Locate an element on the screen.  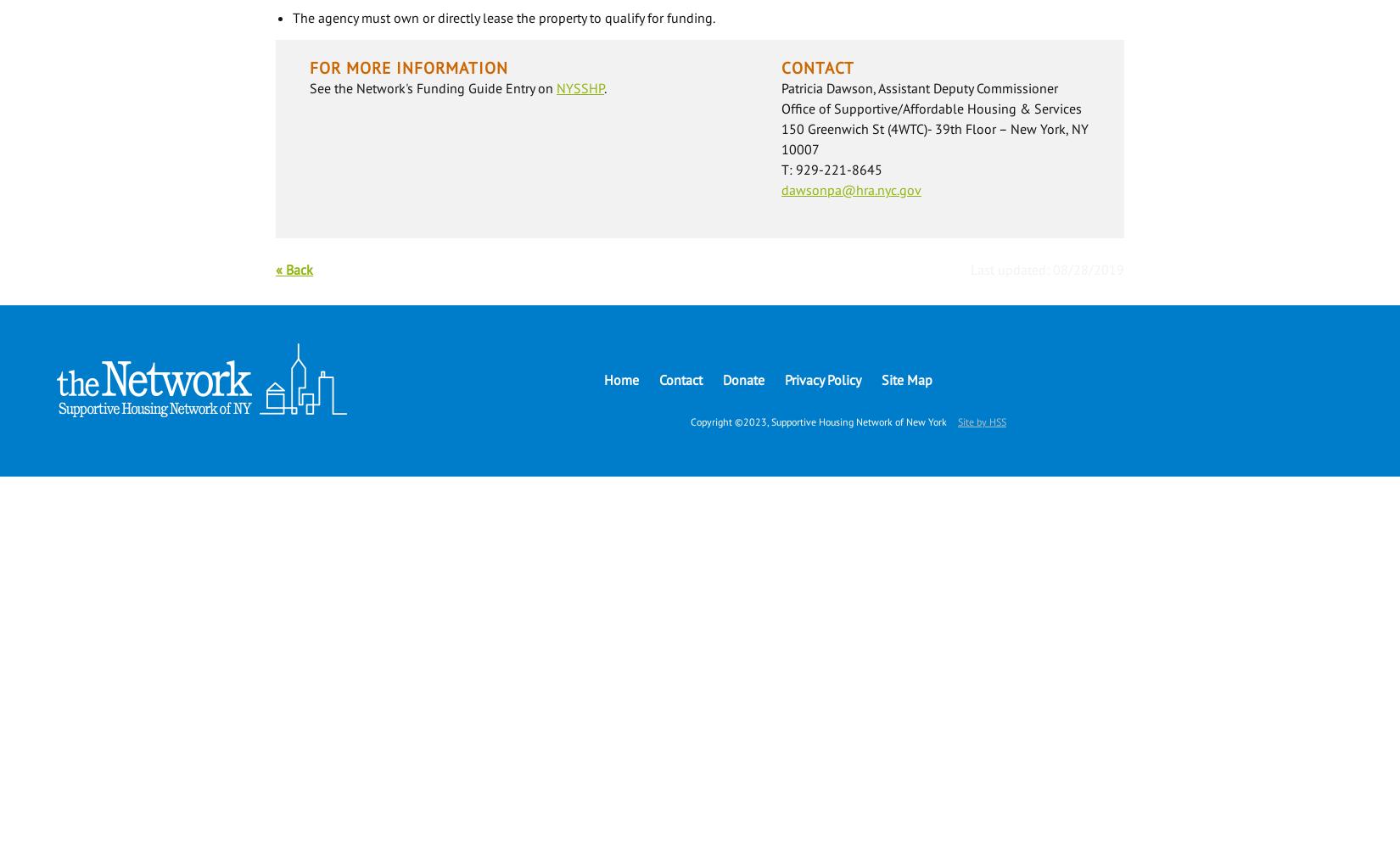
'.' is located at coordinates (604, 87).